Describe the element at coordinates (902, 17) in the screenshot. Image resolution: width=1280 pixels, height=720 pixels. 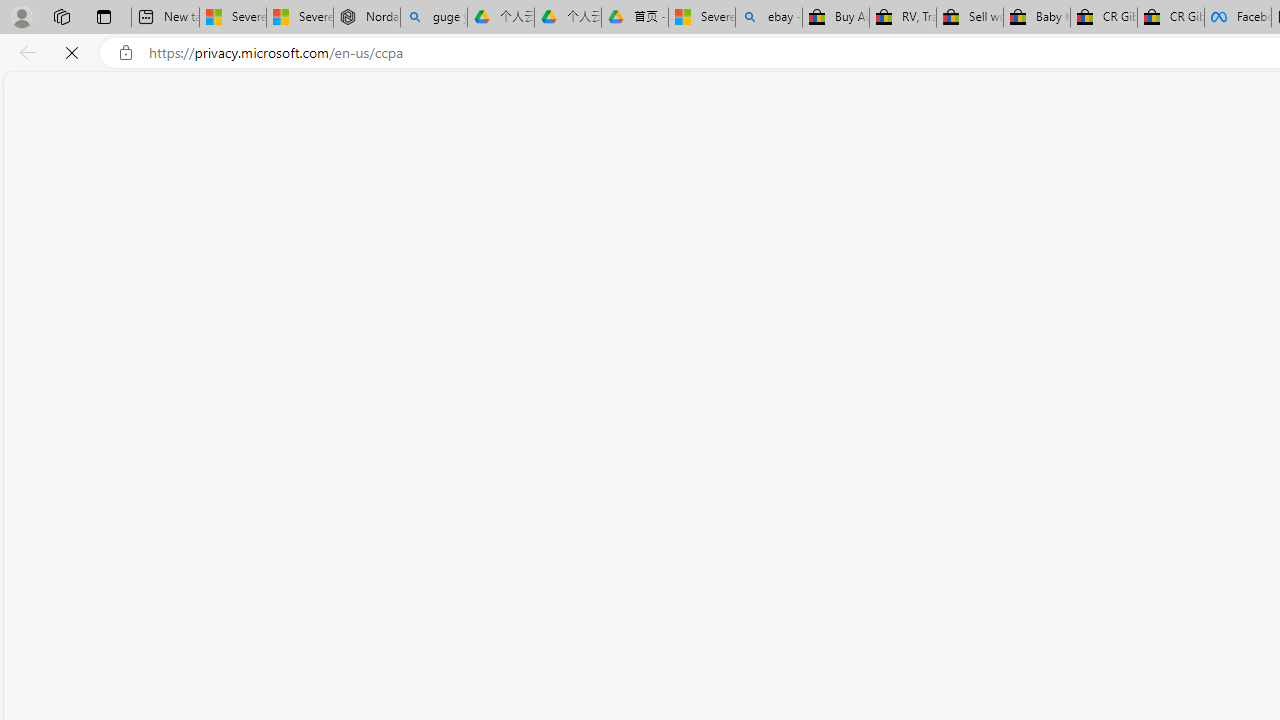
I see `'RV, Trailer & Camper Steps & Ladders for sale | eBay'` at that location.